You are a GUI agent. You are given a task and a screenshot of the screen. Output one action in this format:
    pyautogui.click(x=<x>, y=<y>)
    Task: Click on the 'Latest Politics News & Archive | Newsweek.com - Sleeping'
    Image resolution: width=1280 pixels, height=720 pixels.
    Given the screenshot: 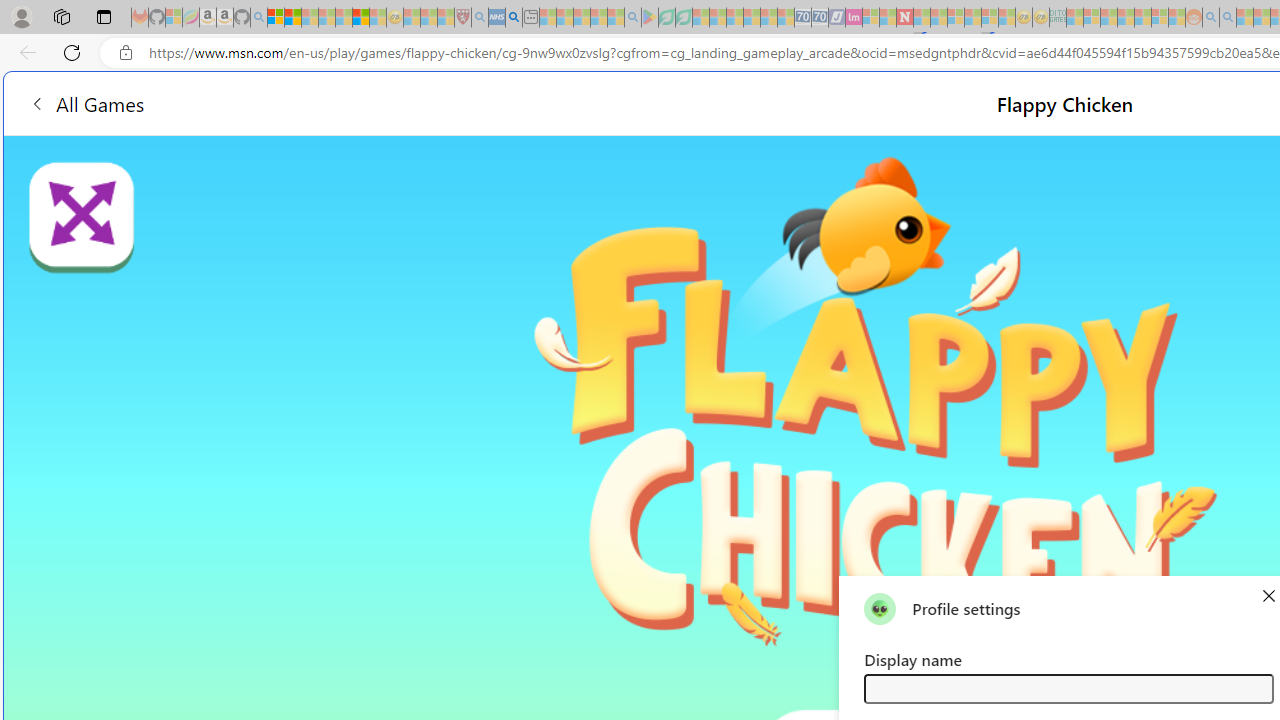 What is the action you would take?
    pyautogui.click(x=903, y=17)
    